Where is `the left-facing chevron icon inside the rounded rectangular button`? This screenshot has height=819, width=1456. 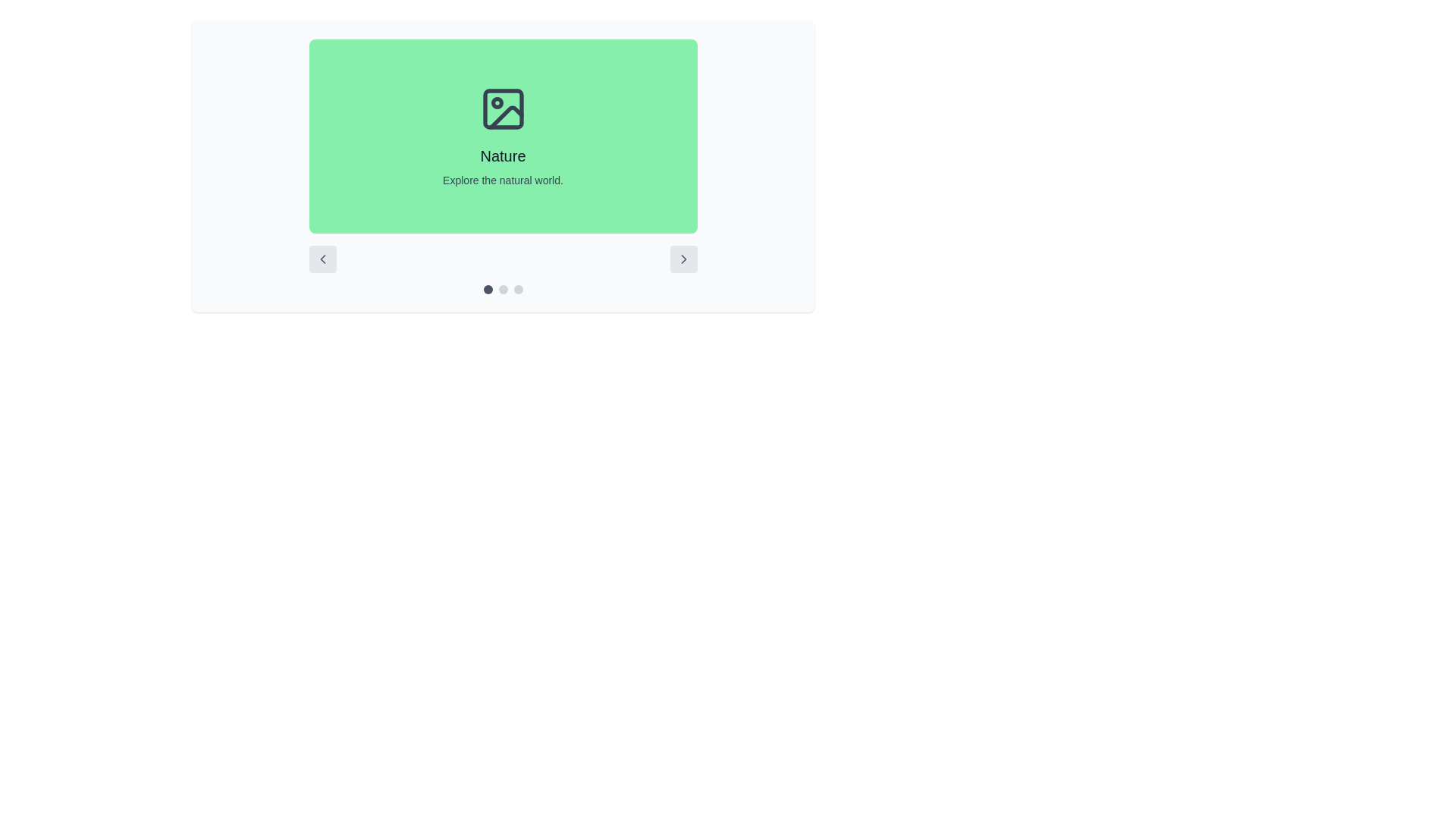 the left-facing chevron icon inside the rounded rectangular button is located at coordinates (322, 259).